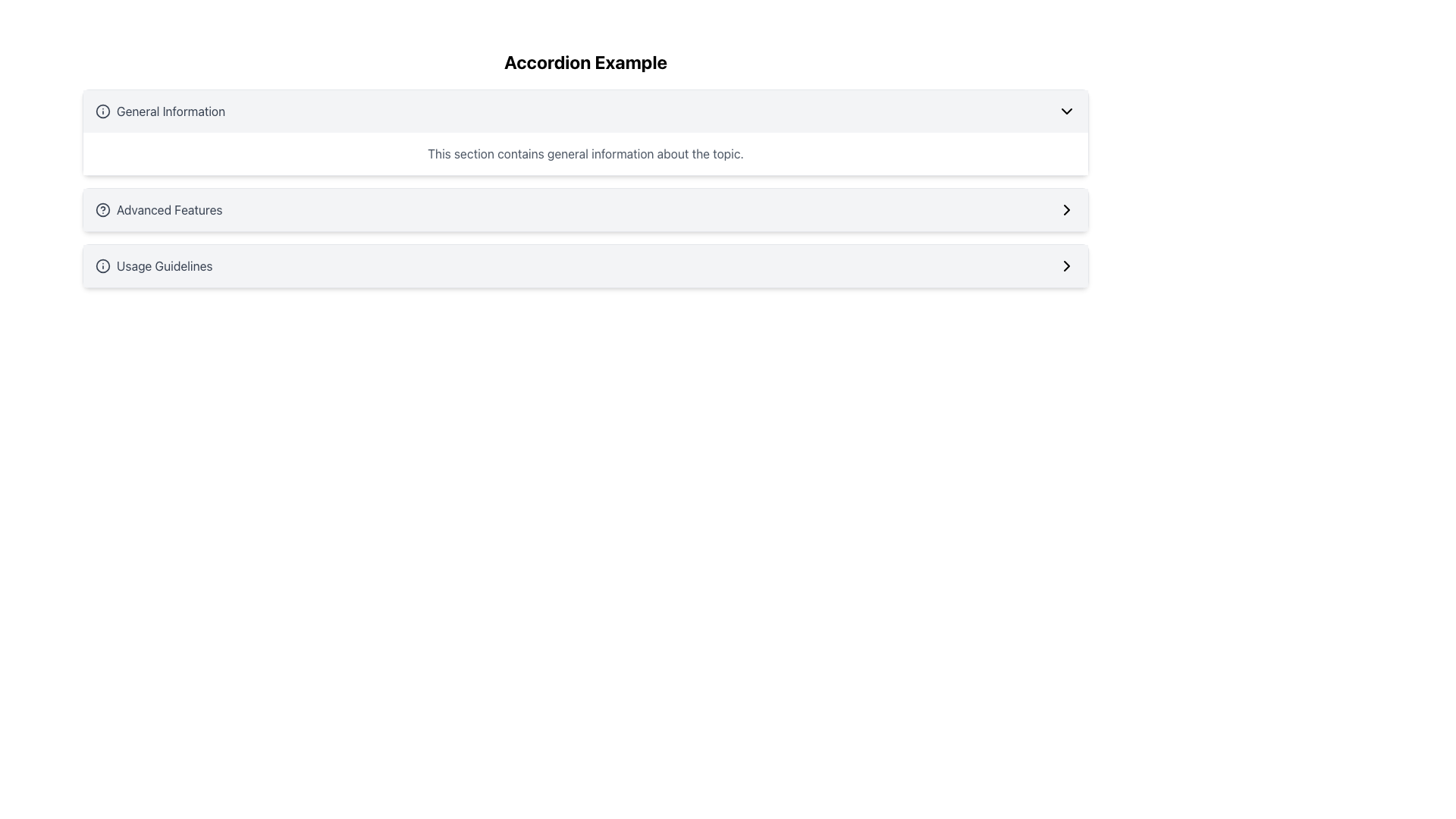  I want to click on static text header 'Accordion Example' which is displayed in bold at the top of the component, centered horizontally, so click(585, 61).